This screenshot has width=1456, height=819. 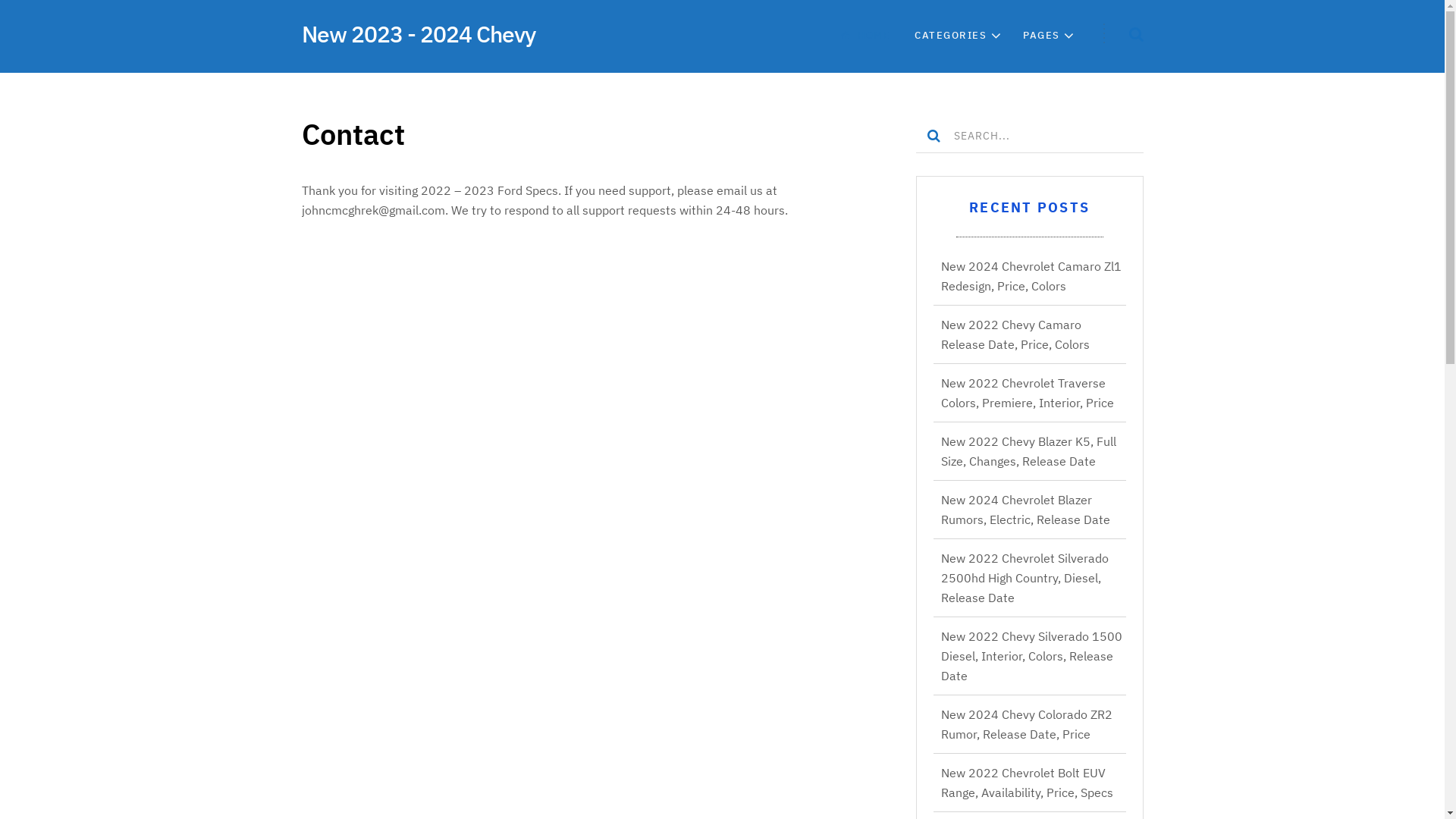 I want to click on 'PAGES', so click(x=1022, y=34).